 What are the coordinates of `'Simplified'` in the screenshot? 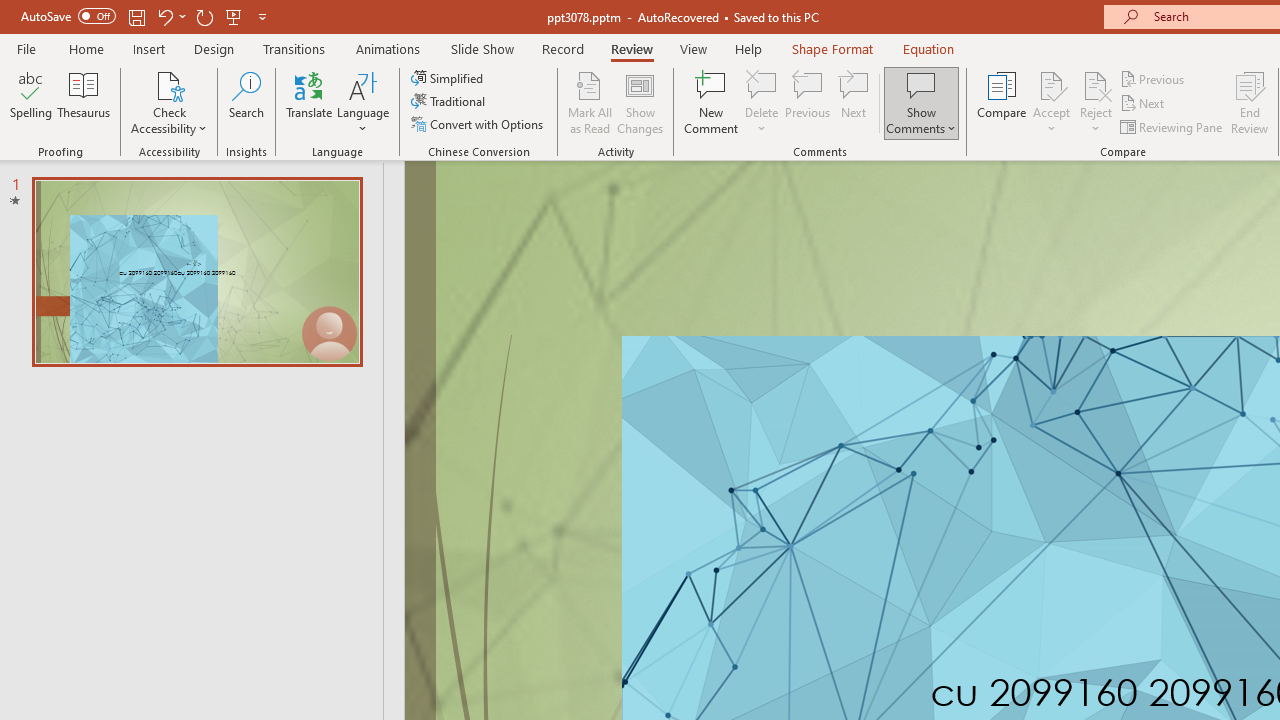 It's located at (448, 77).